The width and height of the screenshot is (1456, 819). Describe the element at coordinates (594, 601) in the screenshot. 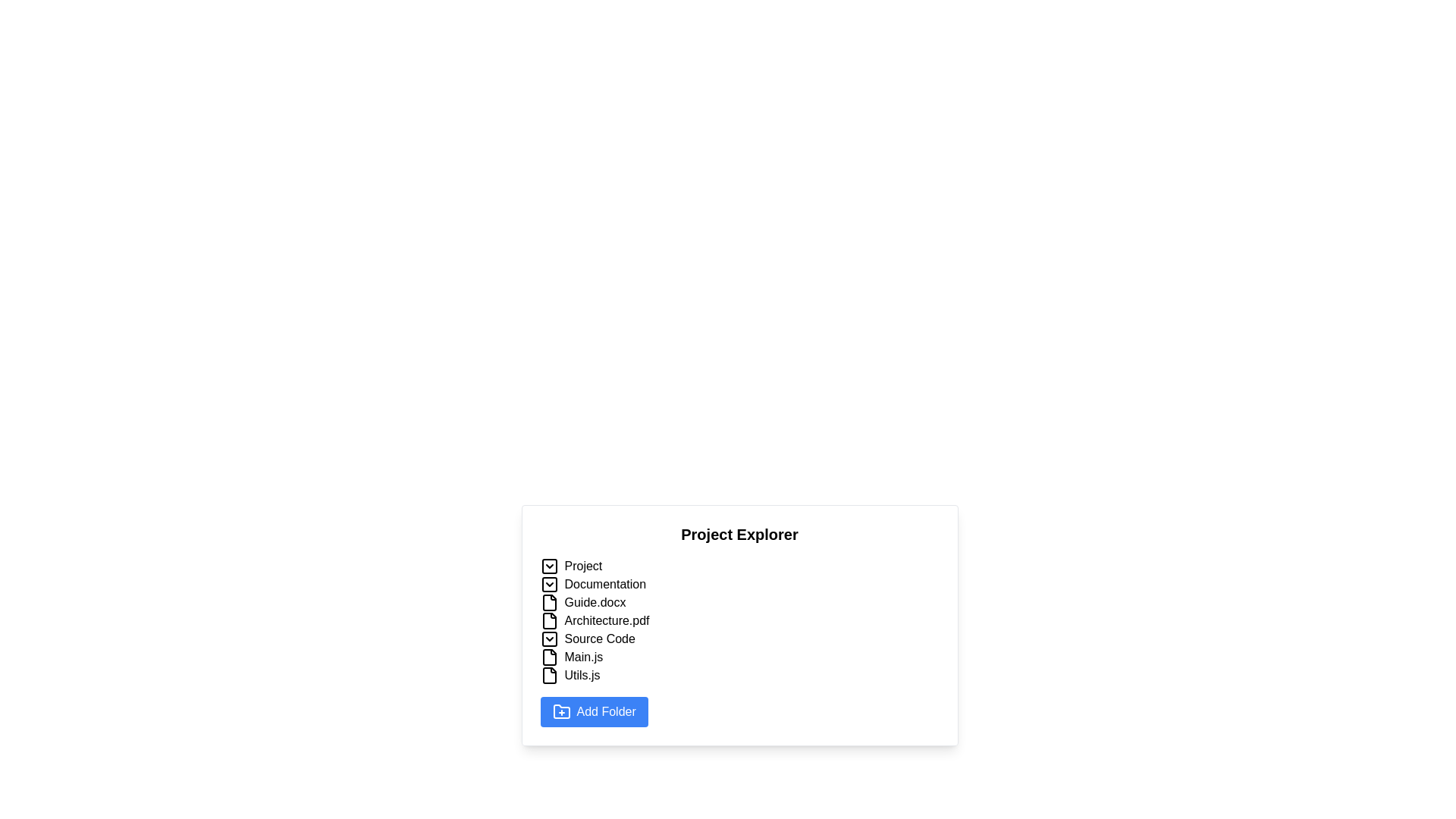

I see `the 'Guide.docx' text label located in the 'Project Explorer' under the 'Documentation' folder` at that location.